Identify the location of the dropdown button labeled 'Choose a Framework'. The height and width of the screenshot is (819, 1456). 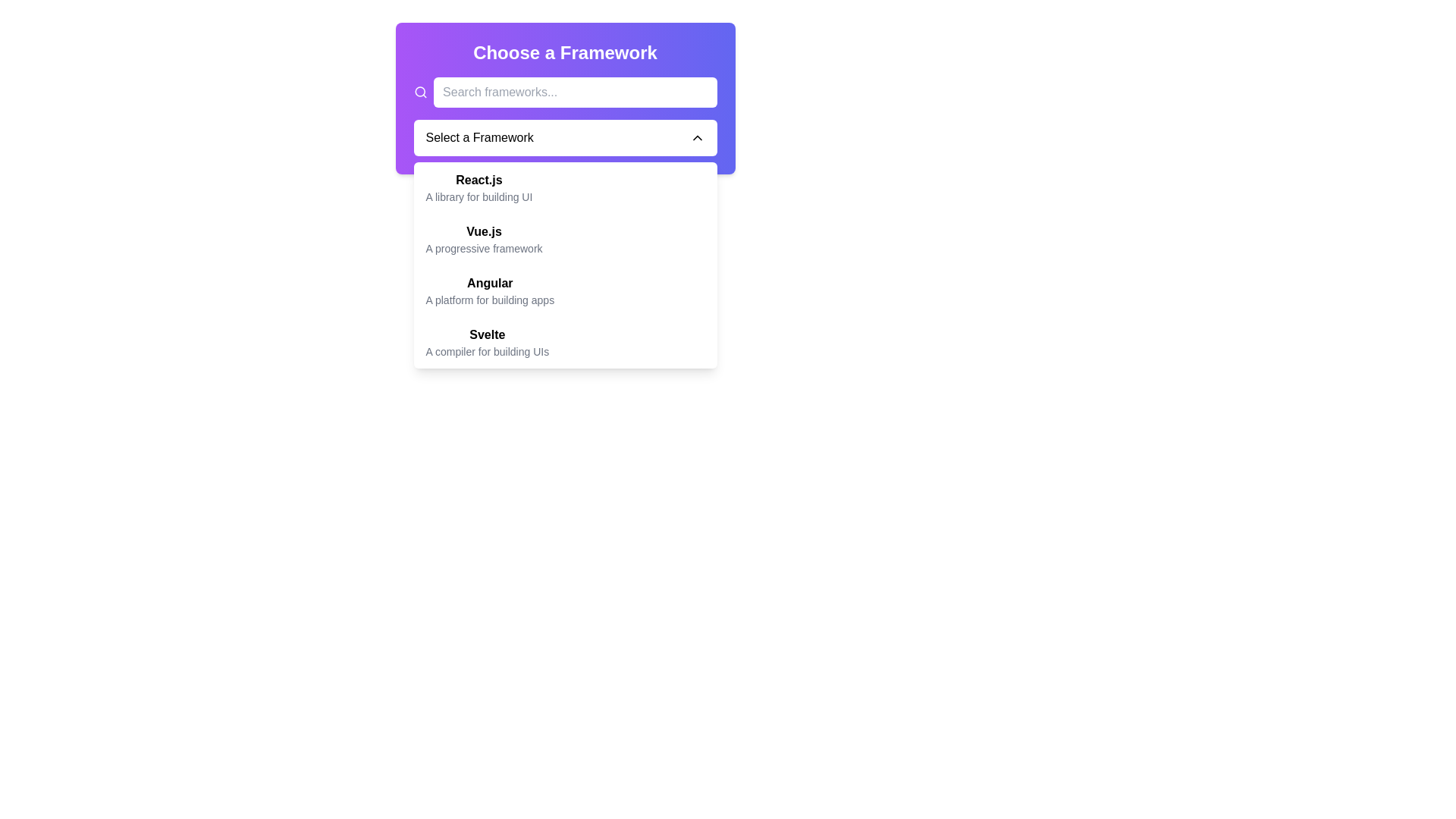
(479, 137).